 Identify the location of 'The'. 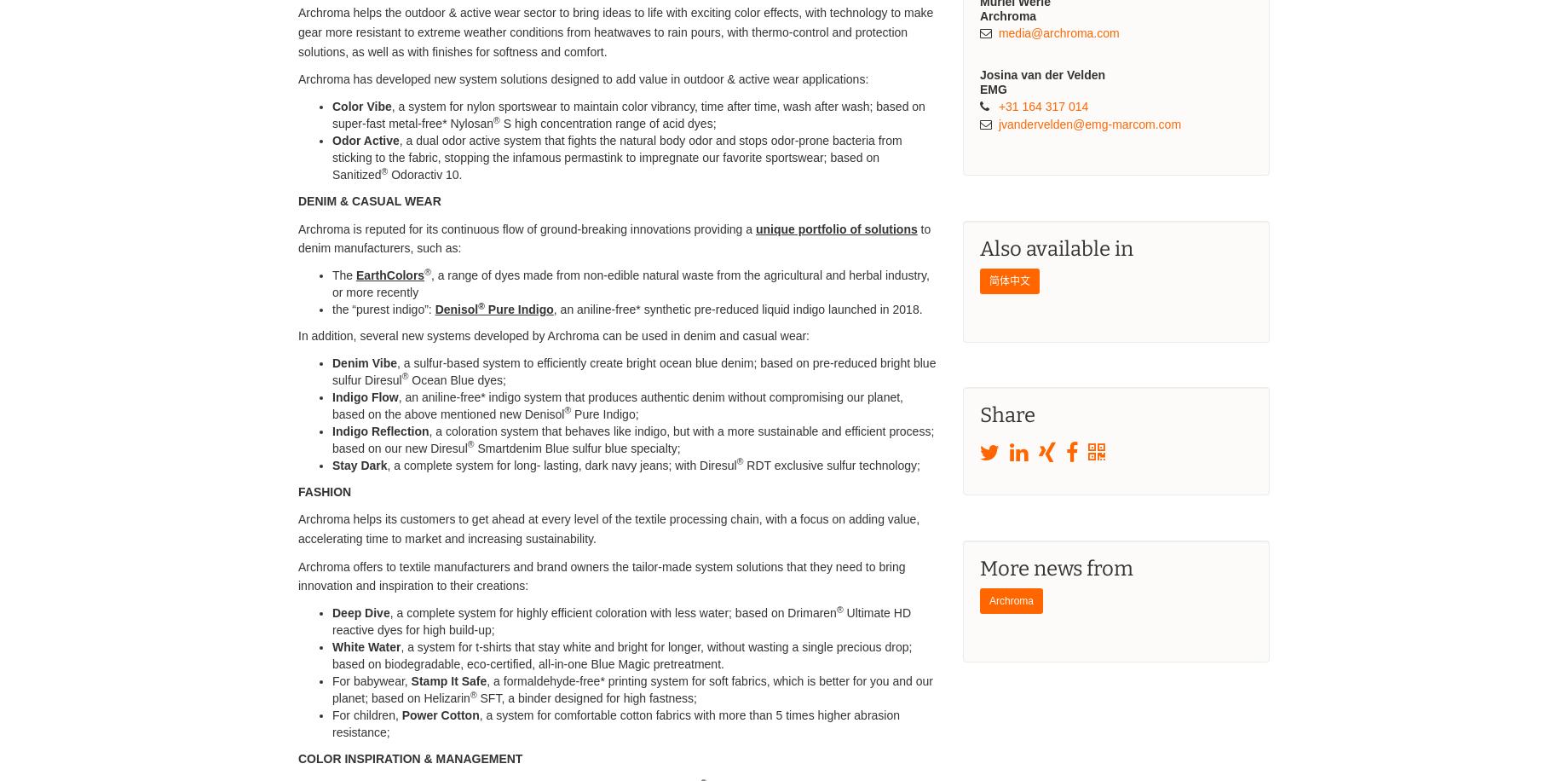
(343, 273).